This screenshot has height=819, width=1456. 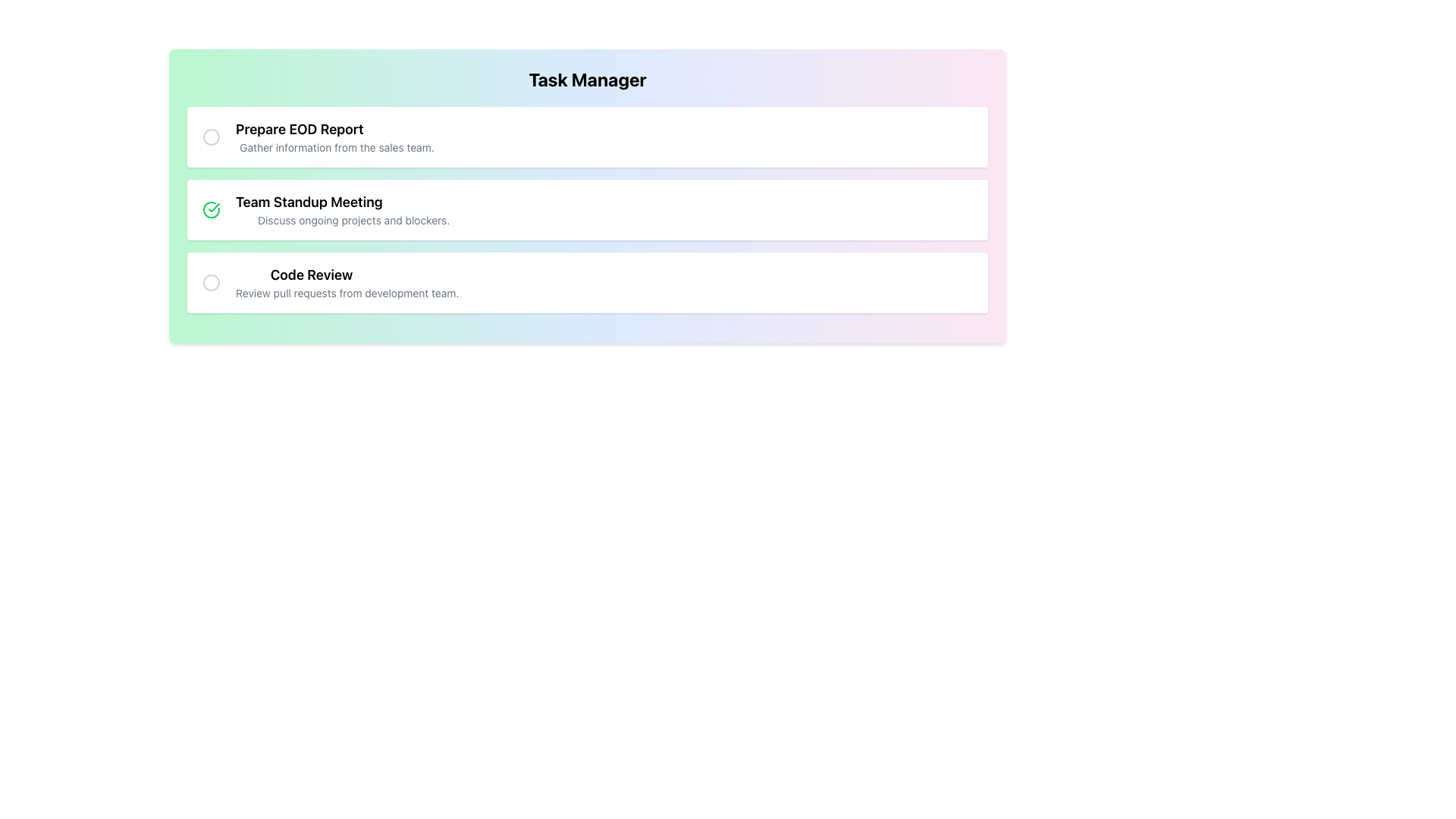 I want to click on the circular icon with a green checkmark that is part of the 'Team Standup Meeting' task in the Task Manager, so click(x=210, y=210).